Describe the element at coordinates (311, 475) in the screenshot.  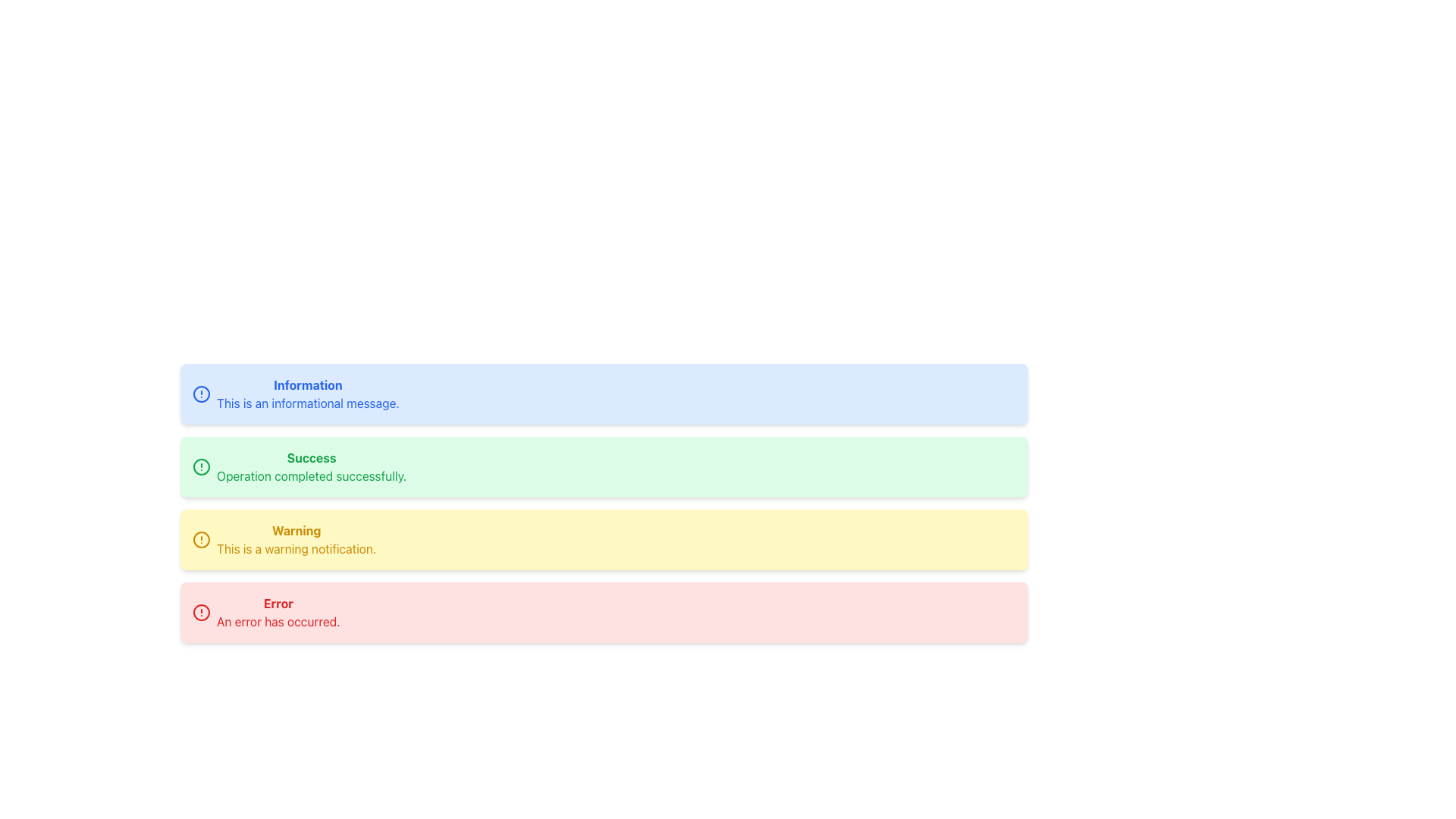
I see `confirmation message text from the Text Label located below the 'Success' header in the green notification box` at that location.